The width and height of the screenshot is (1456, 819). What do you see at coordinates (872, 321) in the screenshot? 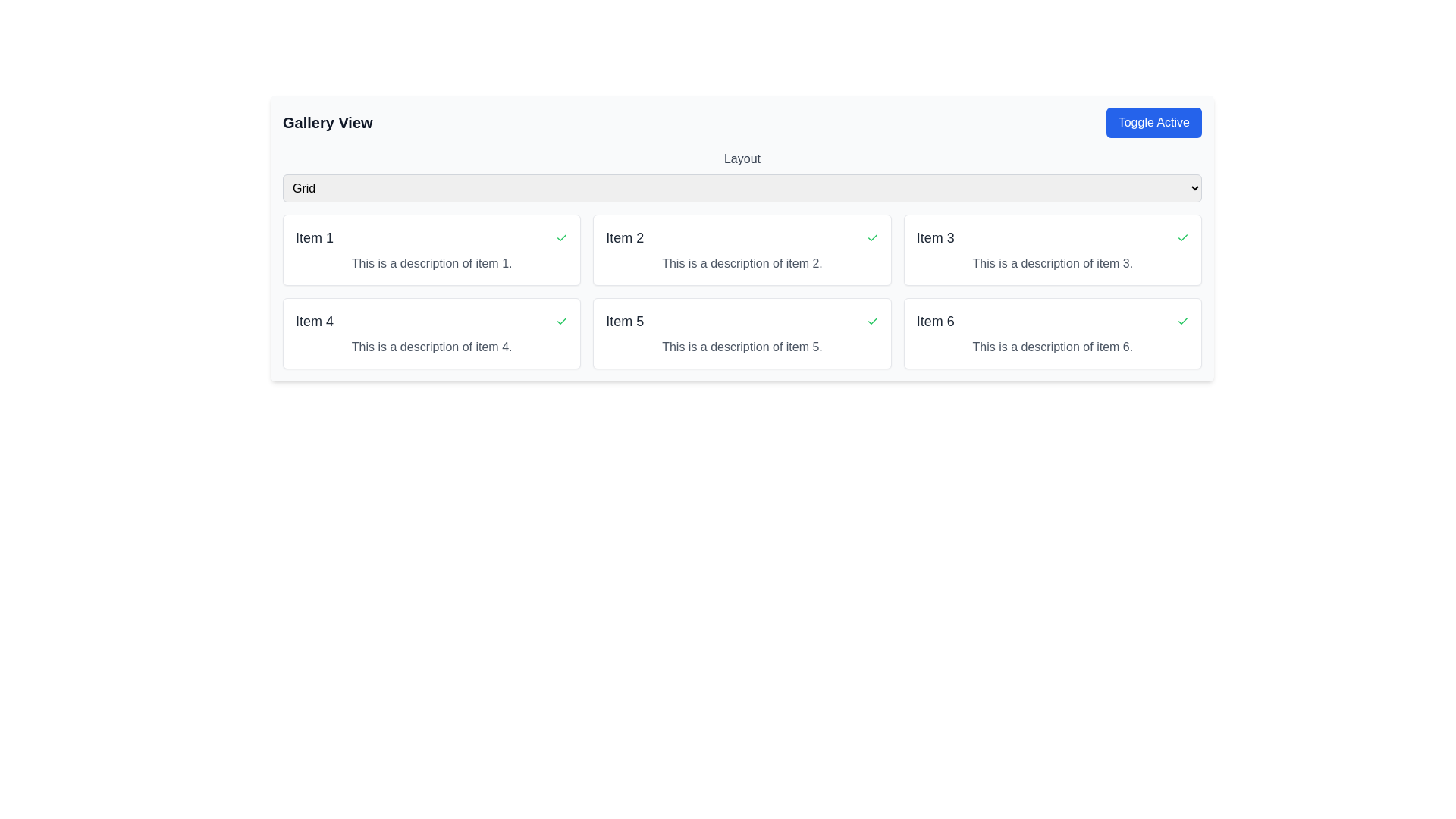
I see `the icon representing the completion or selection of 'Item 5' to confirm an action or toggle a state` at bounding box center [872, 321].